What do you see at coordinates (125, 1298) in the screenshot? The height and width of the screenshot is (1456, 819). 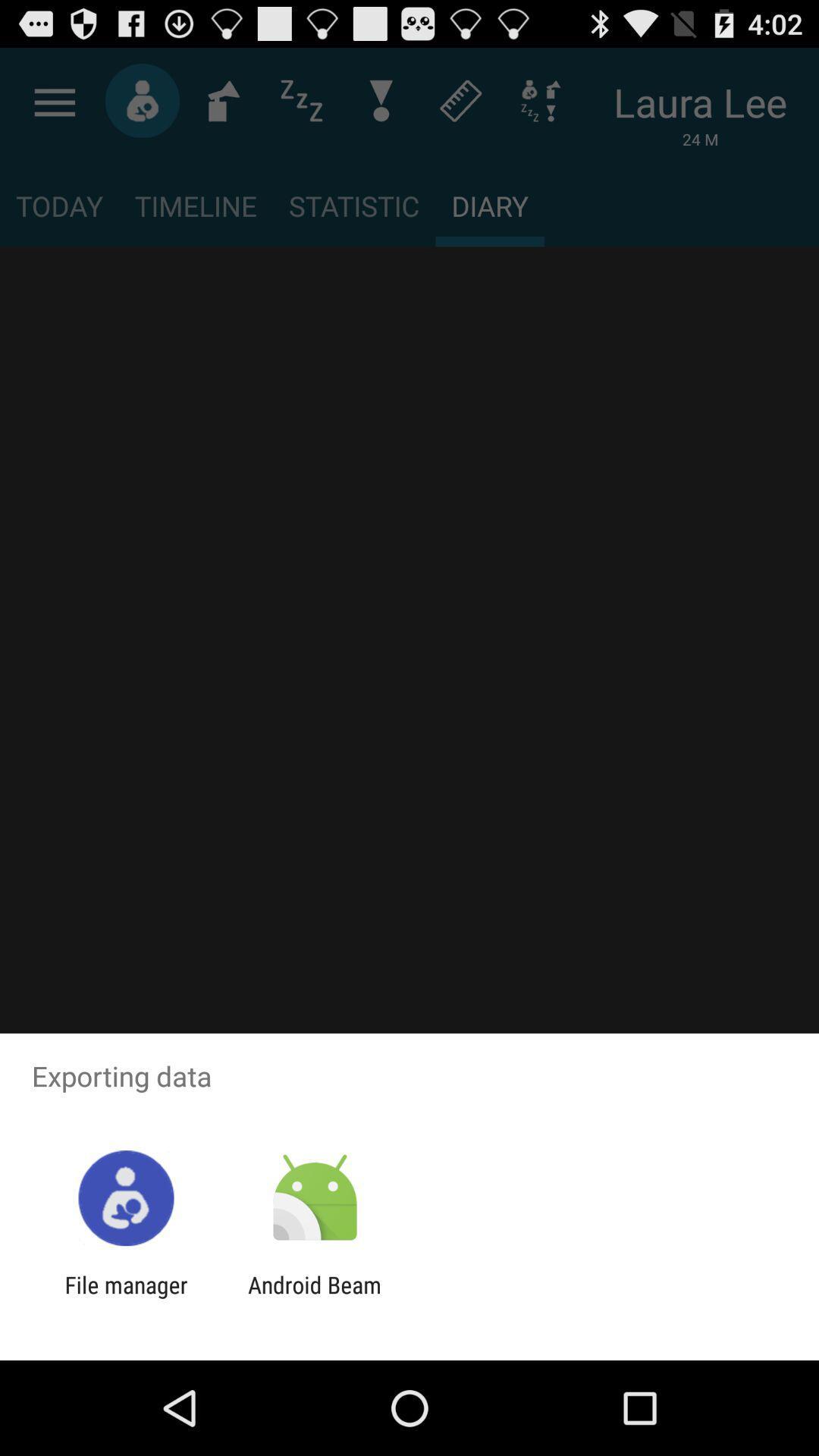 I see `the item next to android beam icon` at bounding box center [125, 1298].